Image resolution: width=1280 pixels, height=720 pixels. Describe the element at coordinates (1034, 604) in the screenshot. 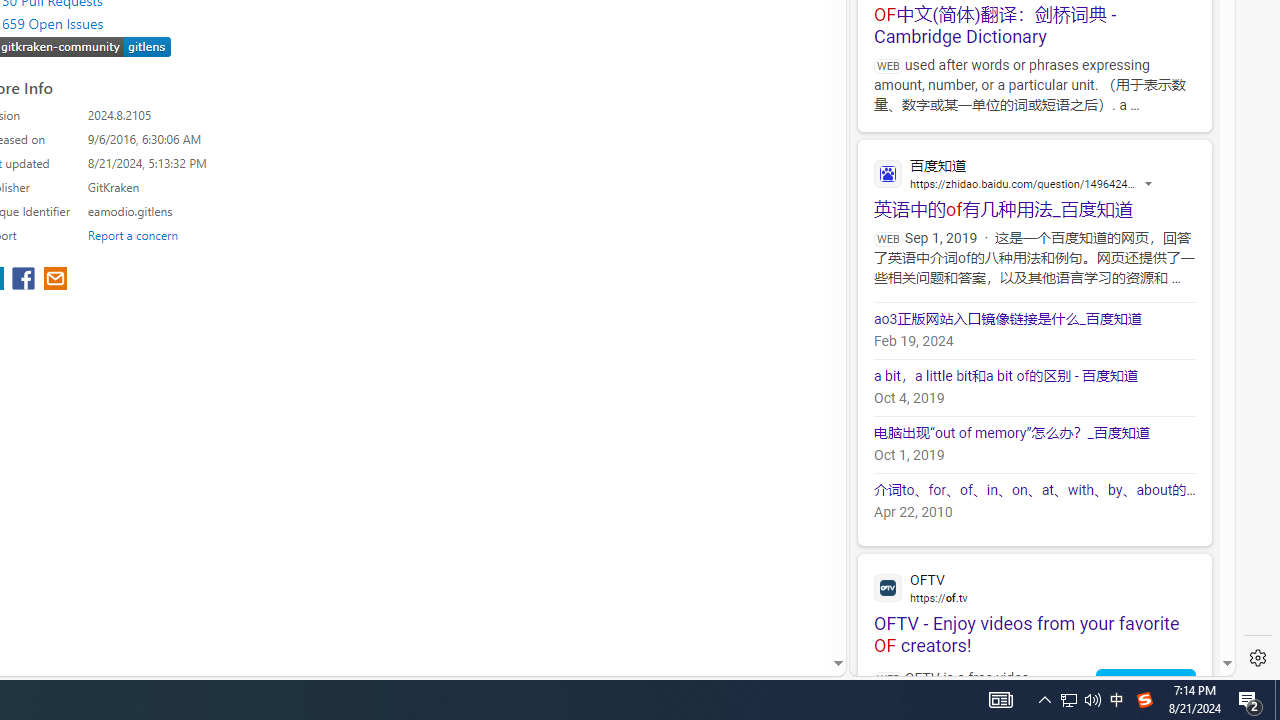

I see `'OFTV - Enjoy videos from your favorite OF creators!'` at that location.